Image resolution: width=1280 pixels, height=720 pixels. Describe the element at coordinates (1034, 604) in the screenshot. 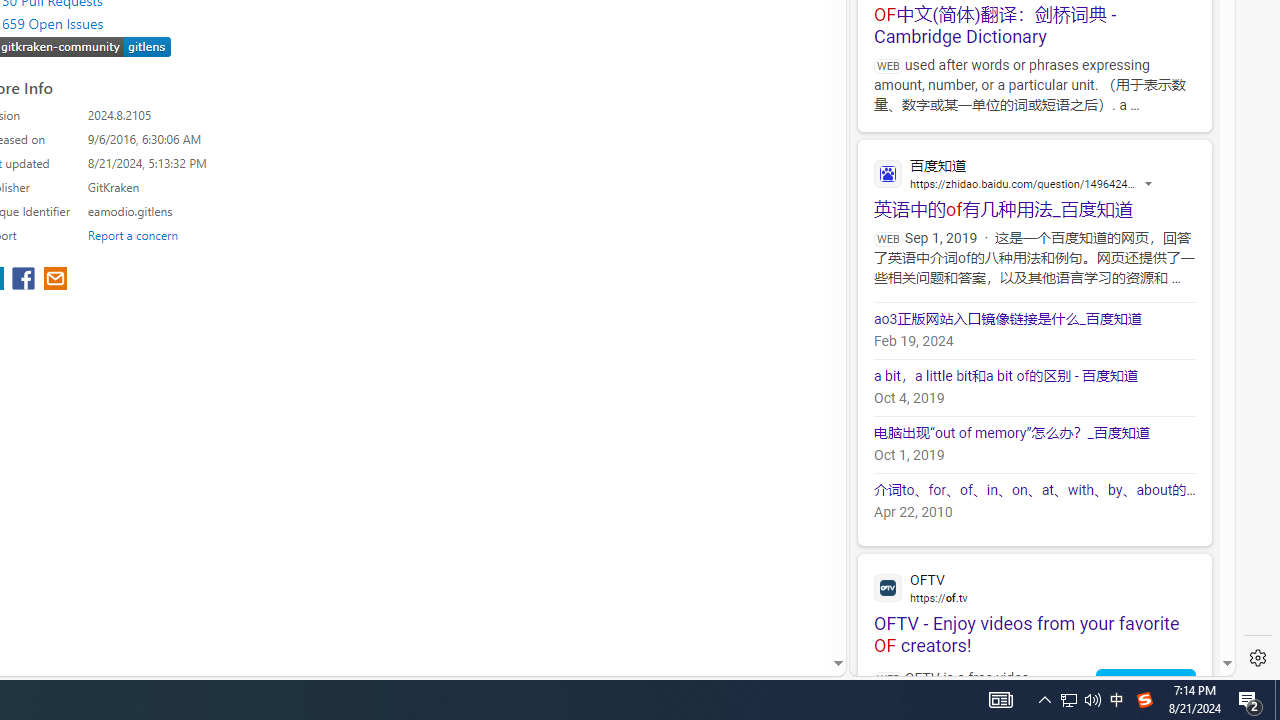

I see `'OFTV - Enjoy videos from your favorite OF creators!'` at that location.